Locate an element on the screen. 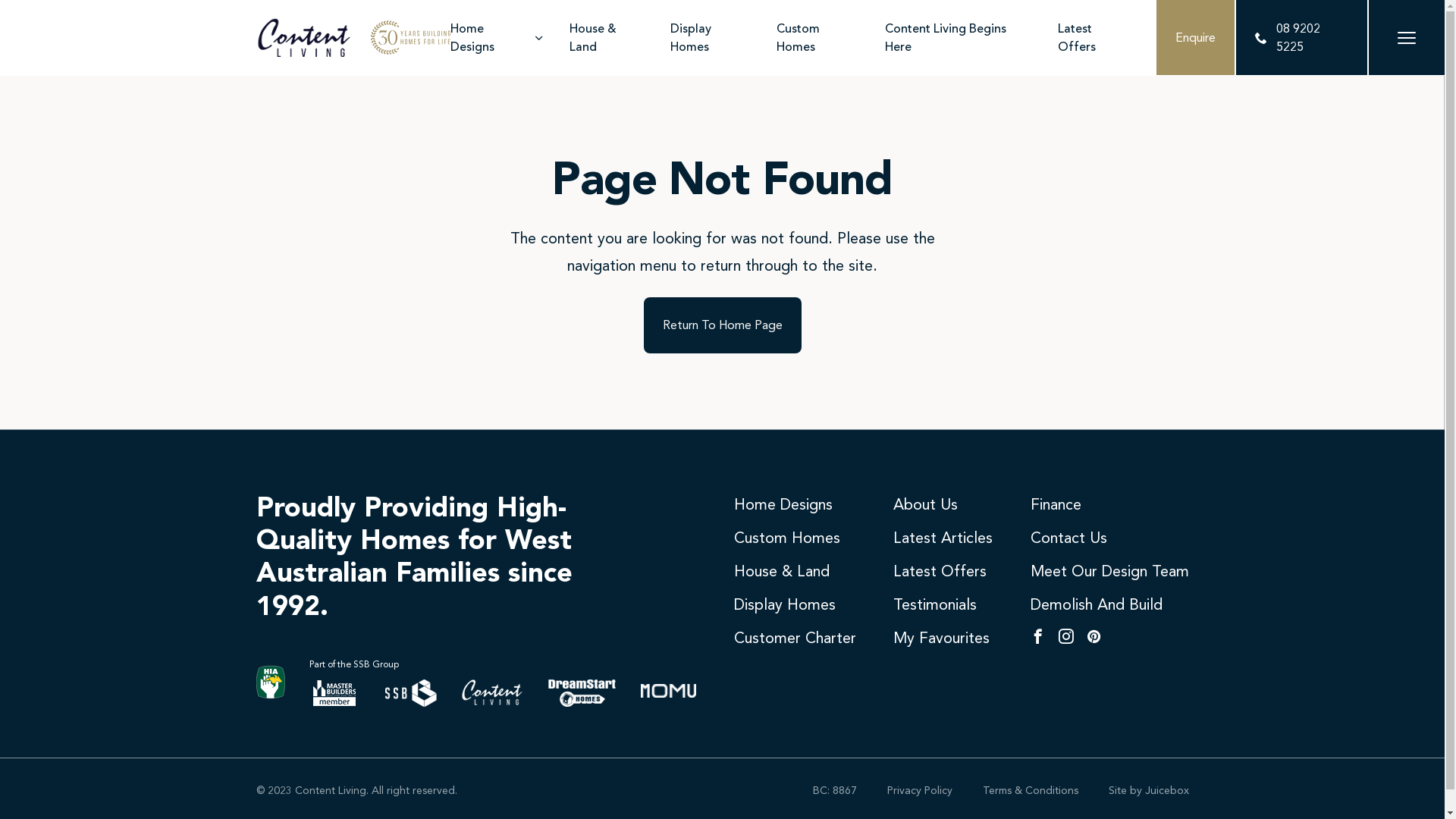 This screenshot has height=819, width=1456. 'Home Designs' is located at coordinates (450, 37).